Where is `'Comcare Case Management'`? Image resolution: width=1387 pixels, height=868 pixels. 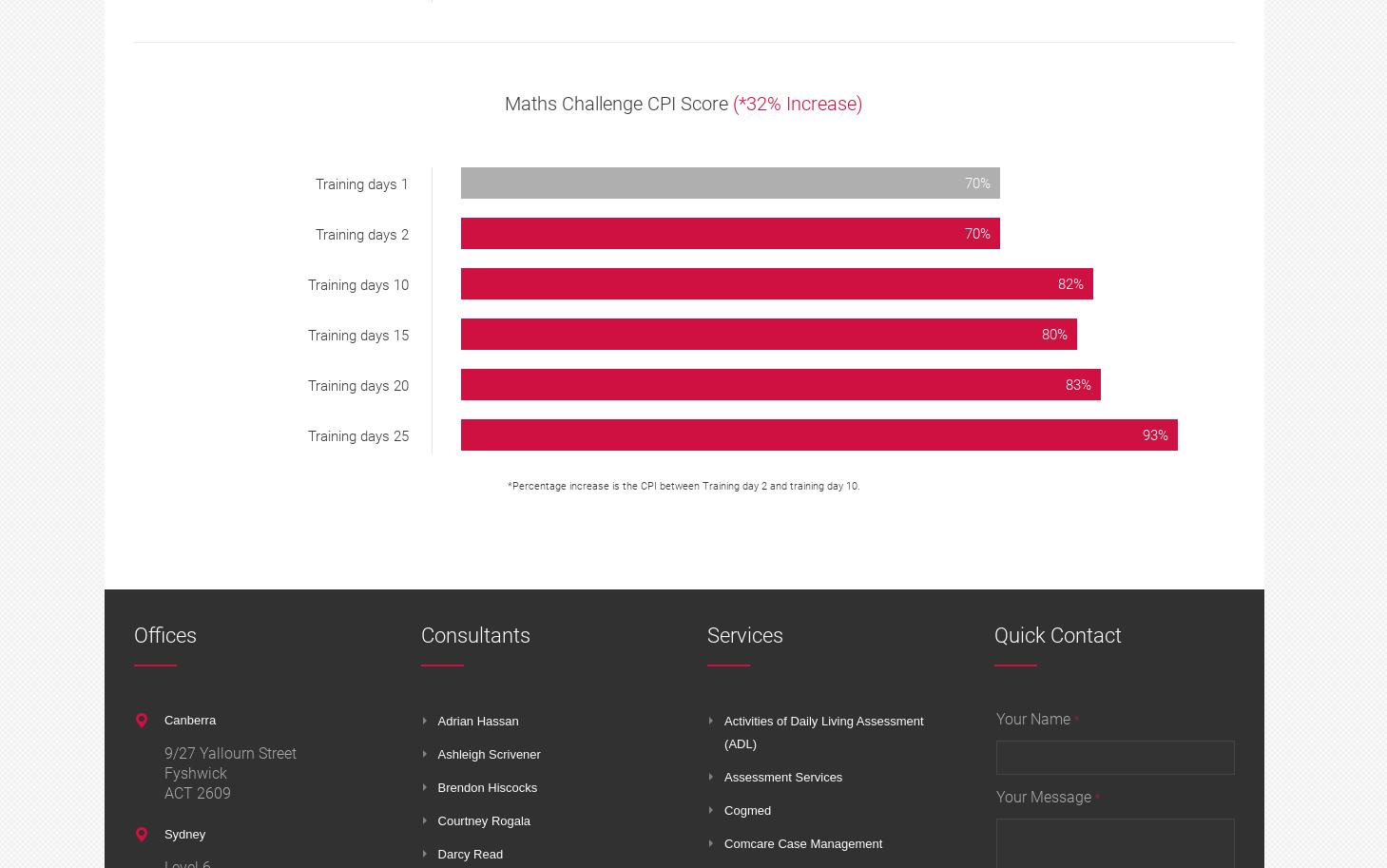
'Comcare Case Management' is located at coordinates (803, 842).